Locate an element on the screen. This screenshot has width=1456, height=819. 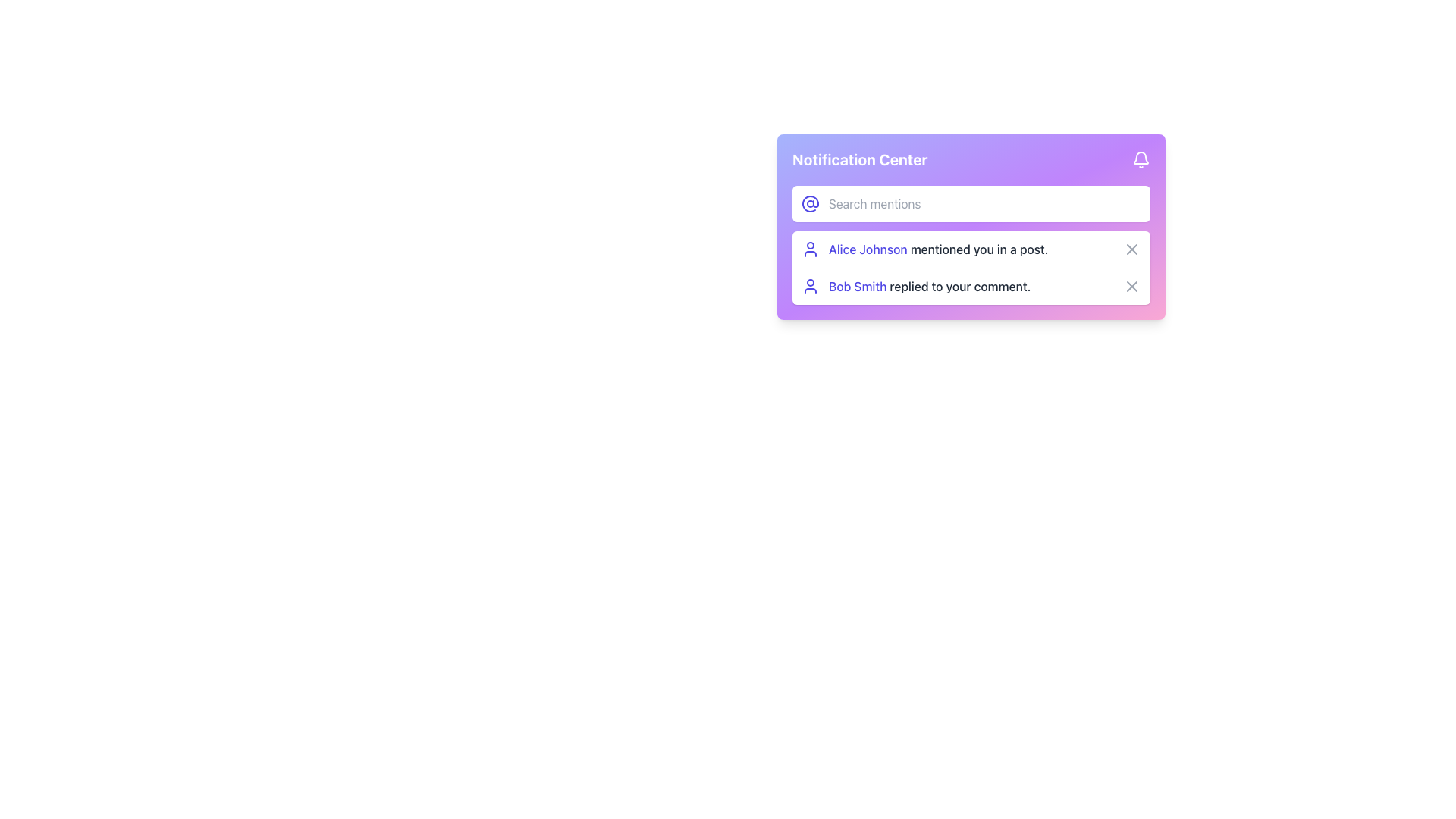
the text display that says 'Alice Johnson mentioned you in a post.' in the Notification Center is located at coordinates (937, 248).